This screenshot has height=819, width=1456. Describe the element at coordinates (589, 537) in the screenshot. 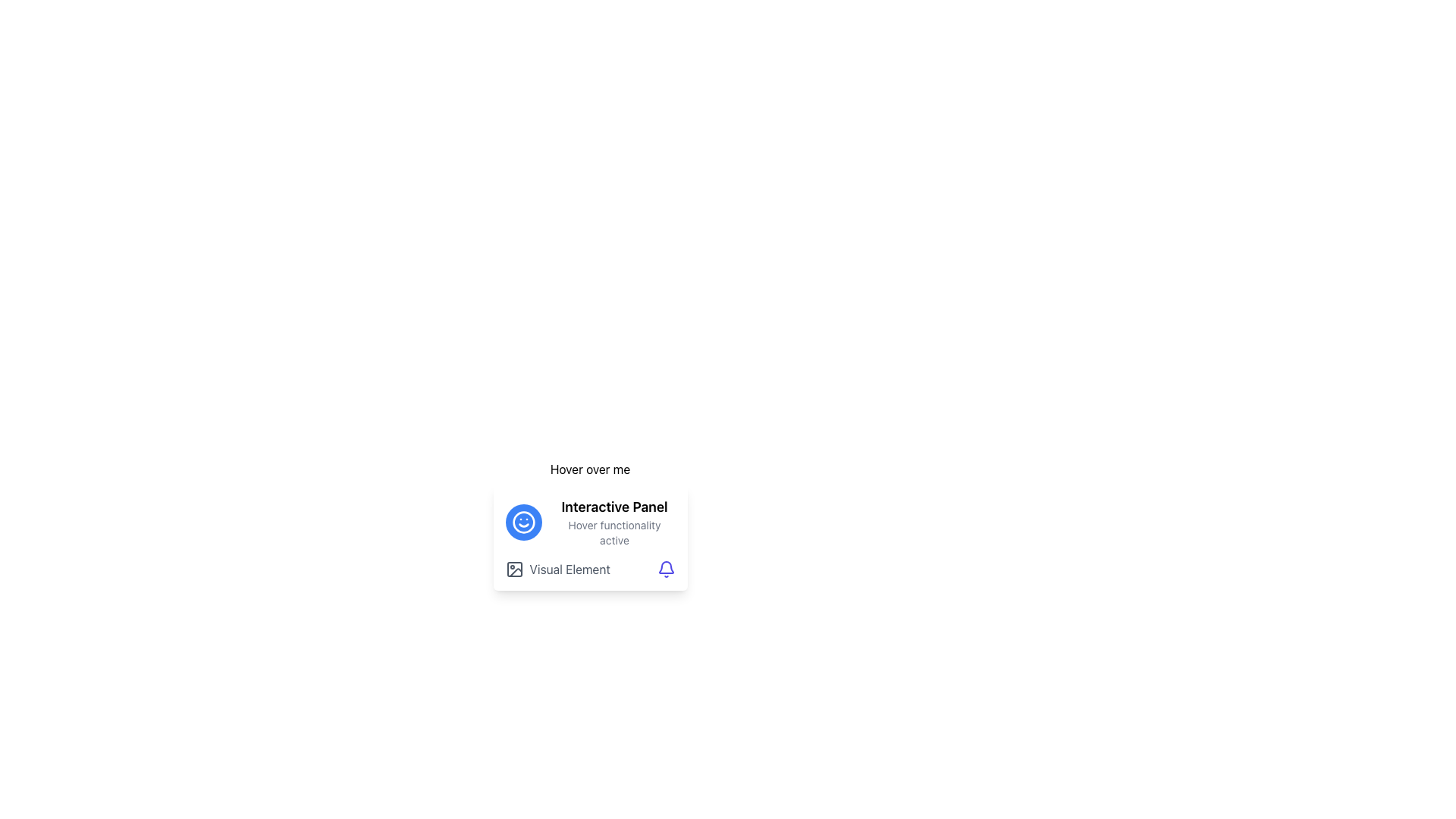

I see `the Informational Panel located below the 'Hover over me' text, which serves as an interactive and visual component` at that location.